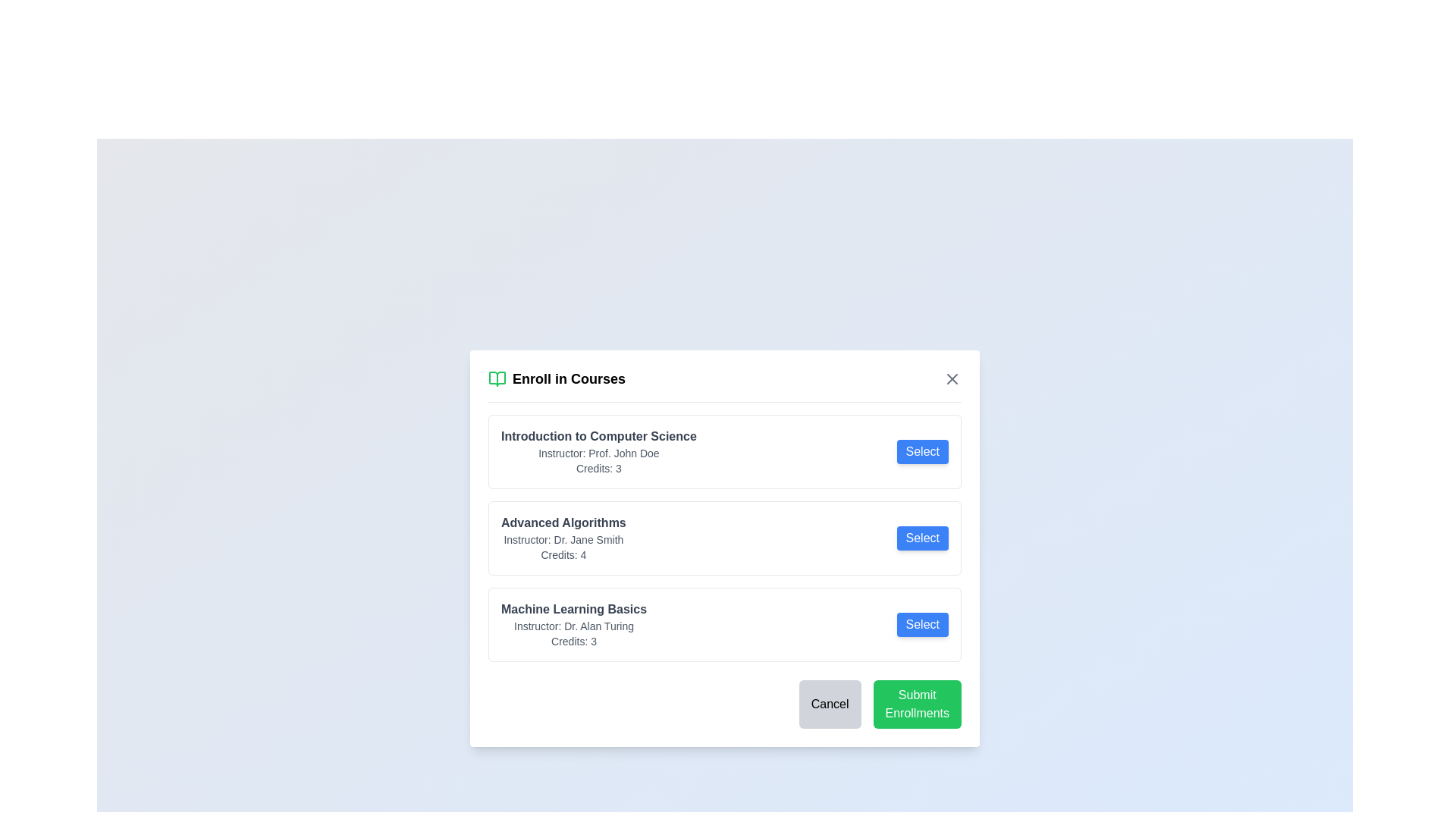  Describe the element at coordinates (952, 377) in the screenshot. I see `the close button icon located in the top-right corner of the 'Enroll in Courses' modal window` at that location.